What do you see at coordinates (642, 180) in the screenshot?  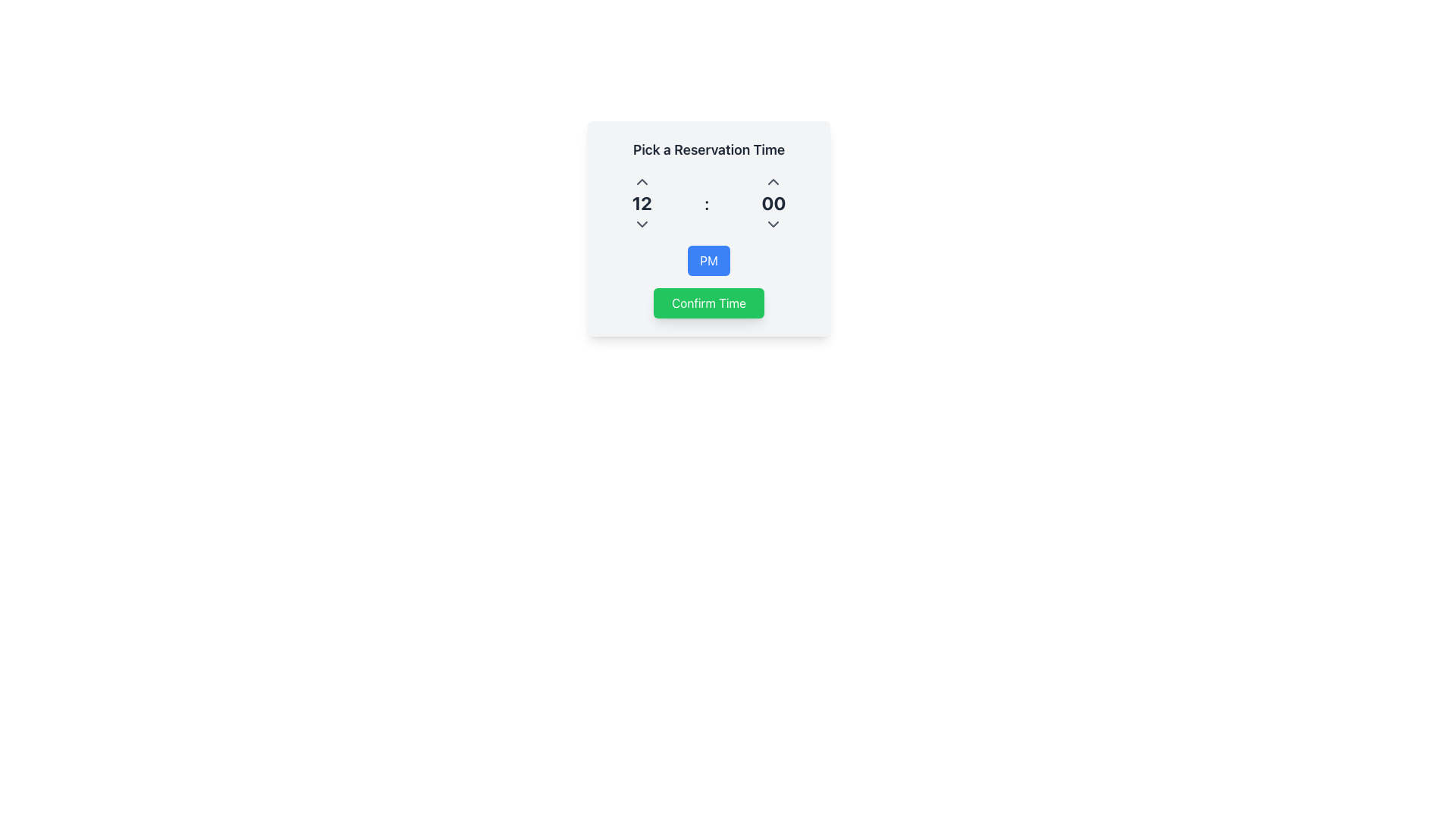 I see `the increment button located above the numeric display ('12') to increase the value` at bounding box center [642, 180].